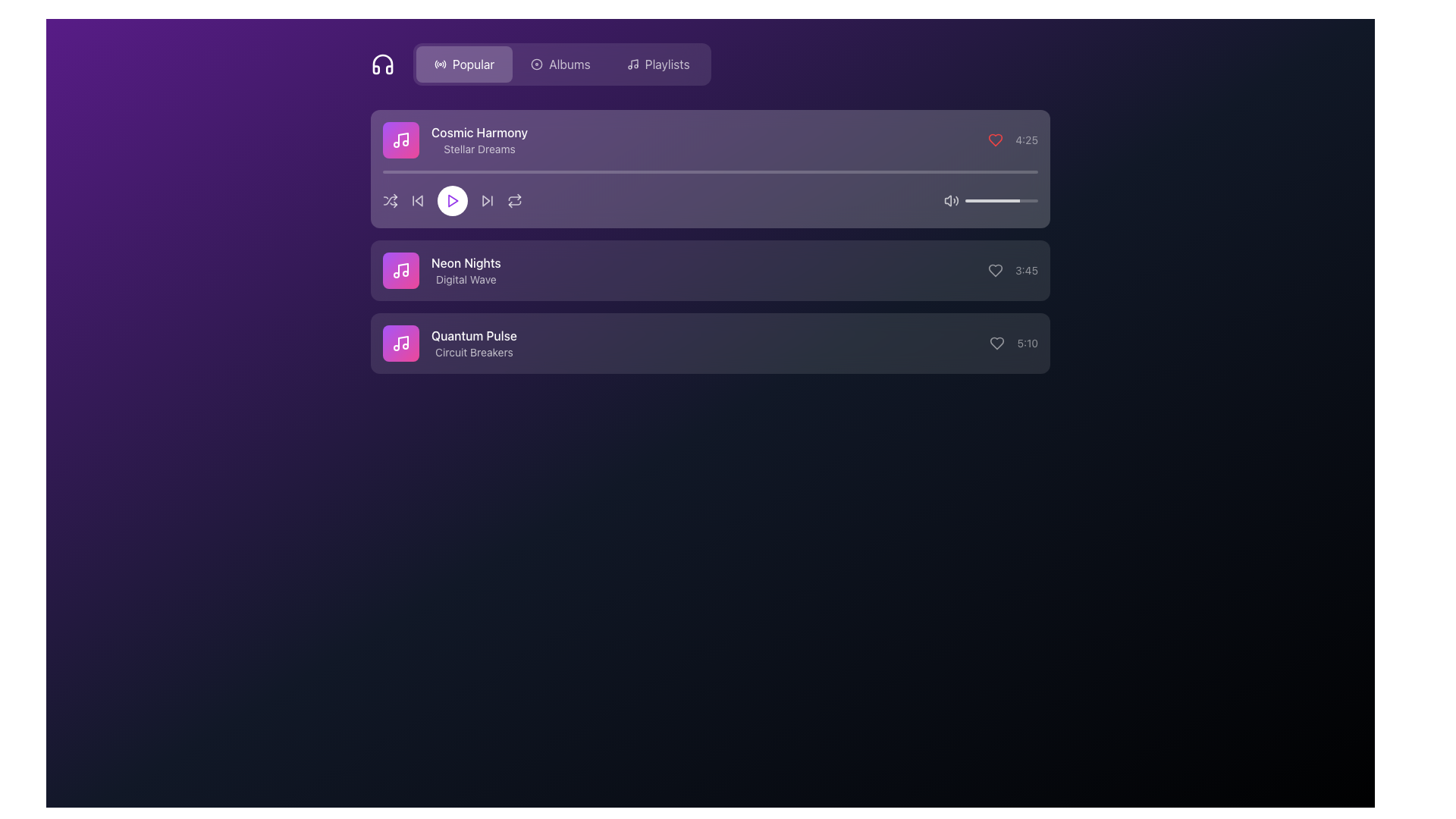  I want to click on the slider, so click(996, 200).